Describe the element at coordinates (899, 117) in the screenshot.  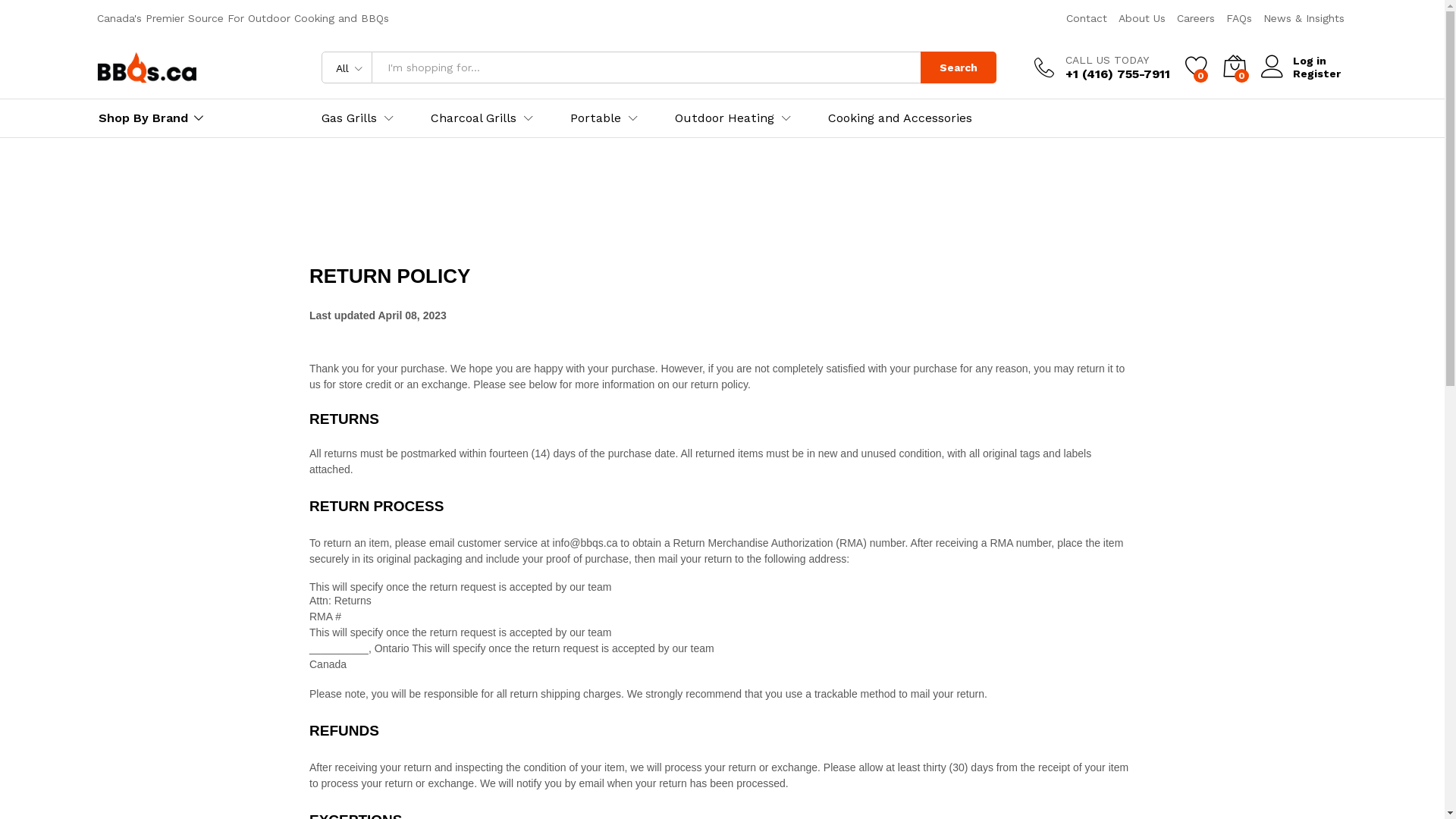
I see `'Cooking and Accessories'` at that location.